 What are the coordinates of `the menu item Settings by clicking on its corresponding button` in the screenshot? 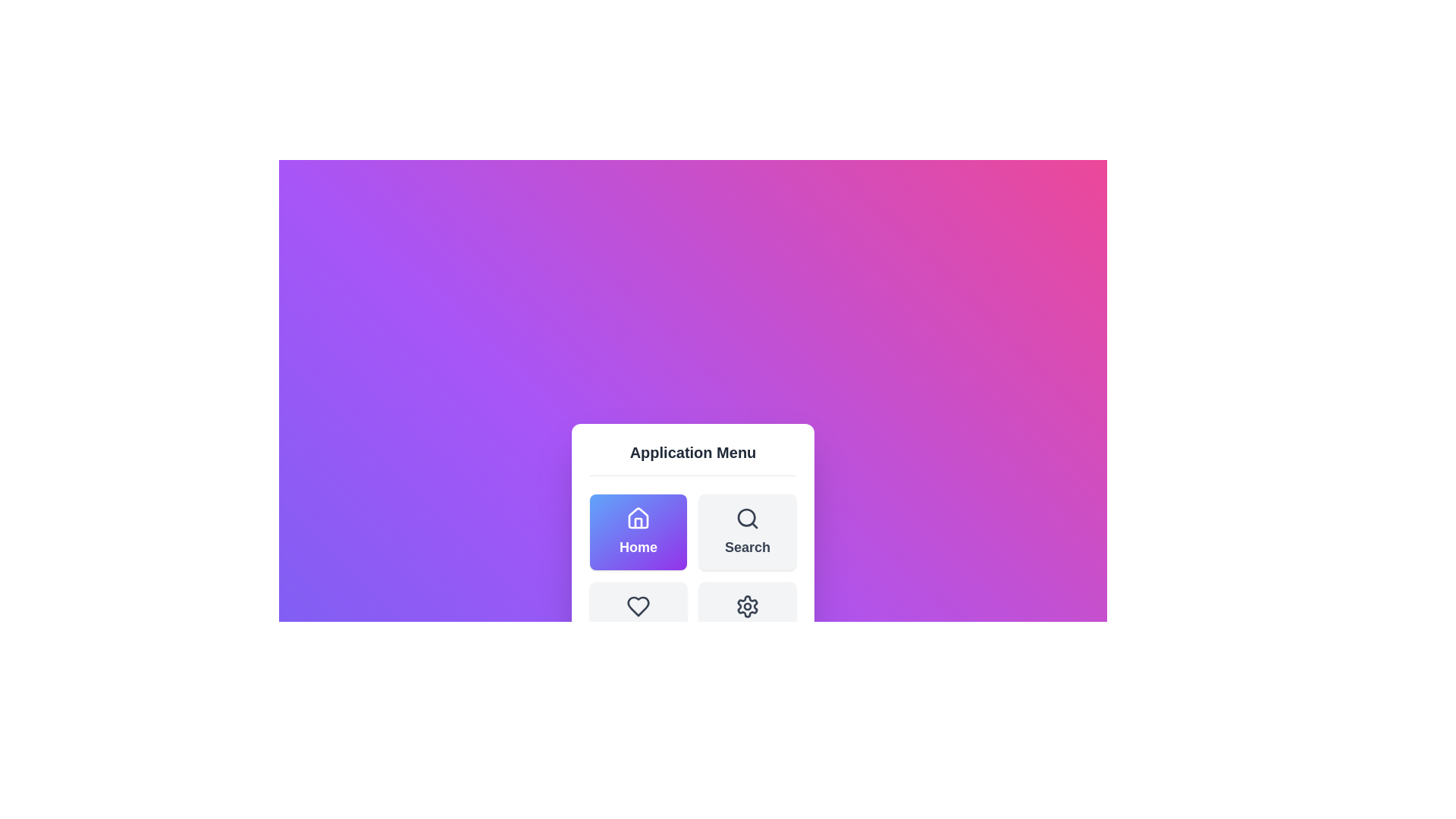 It's located at (748, 620).